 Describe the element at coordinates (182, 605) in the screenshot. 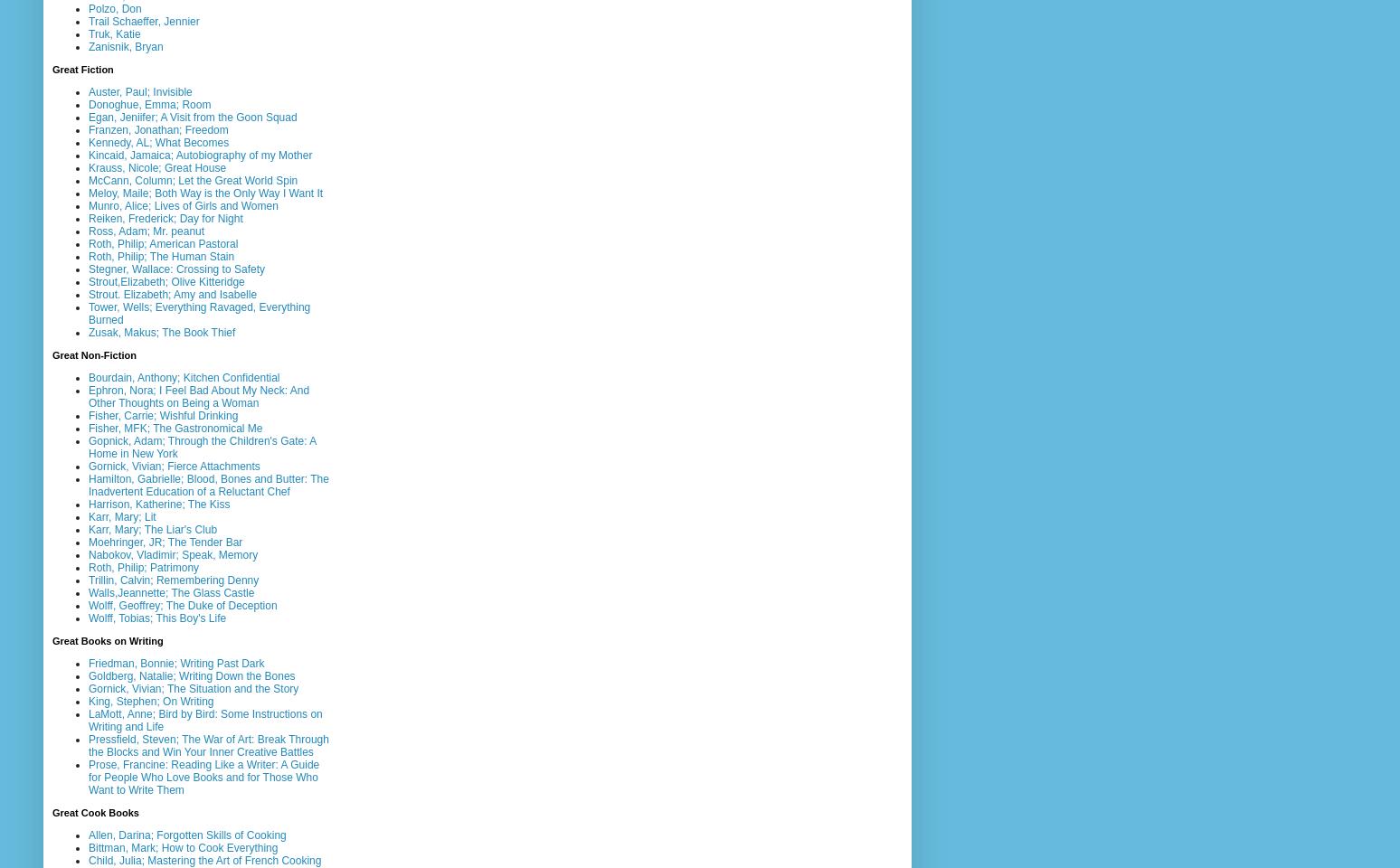

I see `'Wolff, Geoffrey; The Duke of Deception'` at that location.